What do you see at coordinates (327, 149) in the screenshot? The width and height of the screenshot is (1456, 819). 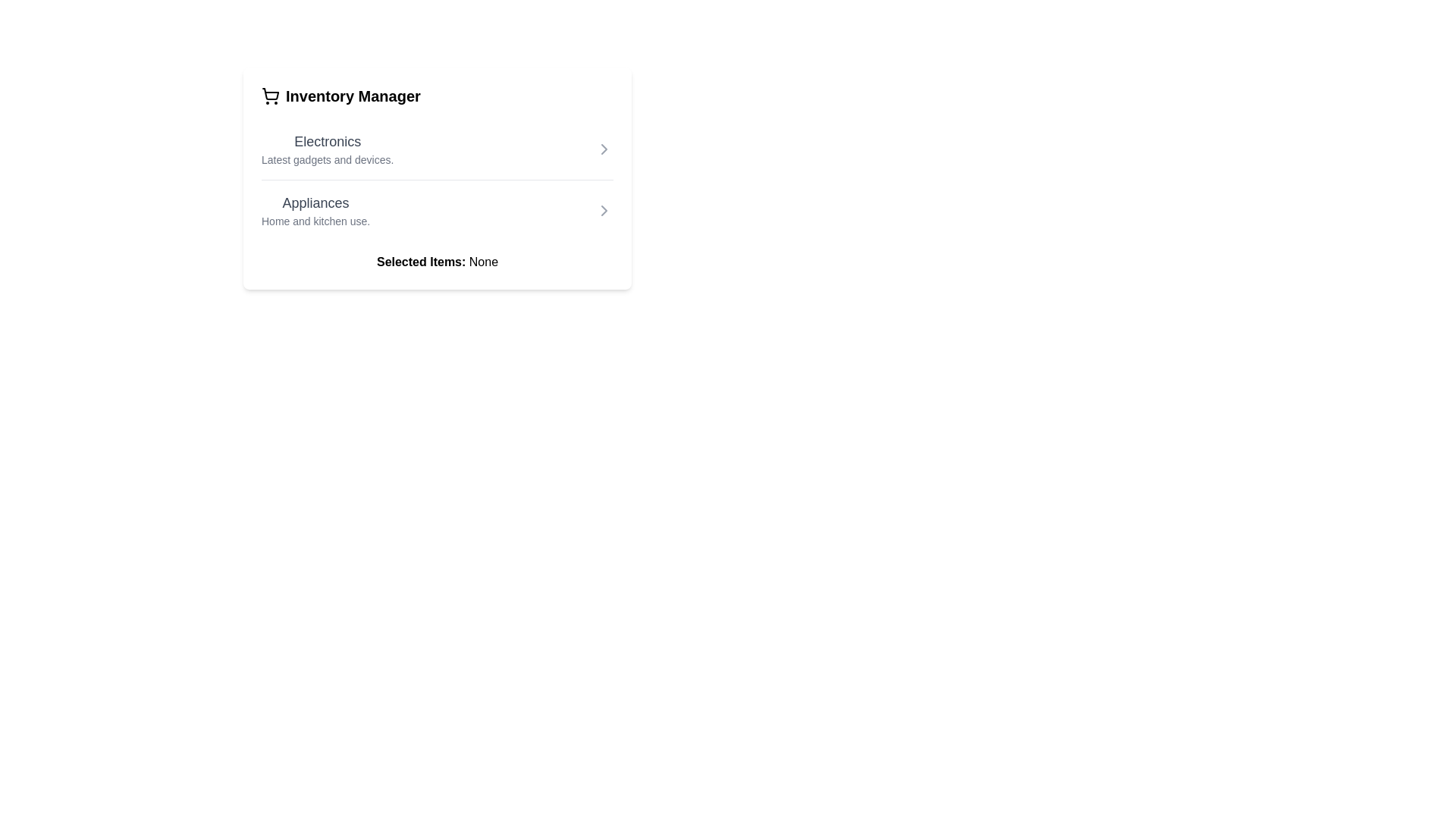 I see `the 'Electronics' heading and subtitle combination, which is the first item in the vertical list within the 'Inventory Manager' panel` at bounding box center [327, 149].